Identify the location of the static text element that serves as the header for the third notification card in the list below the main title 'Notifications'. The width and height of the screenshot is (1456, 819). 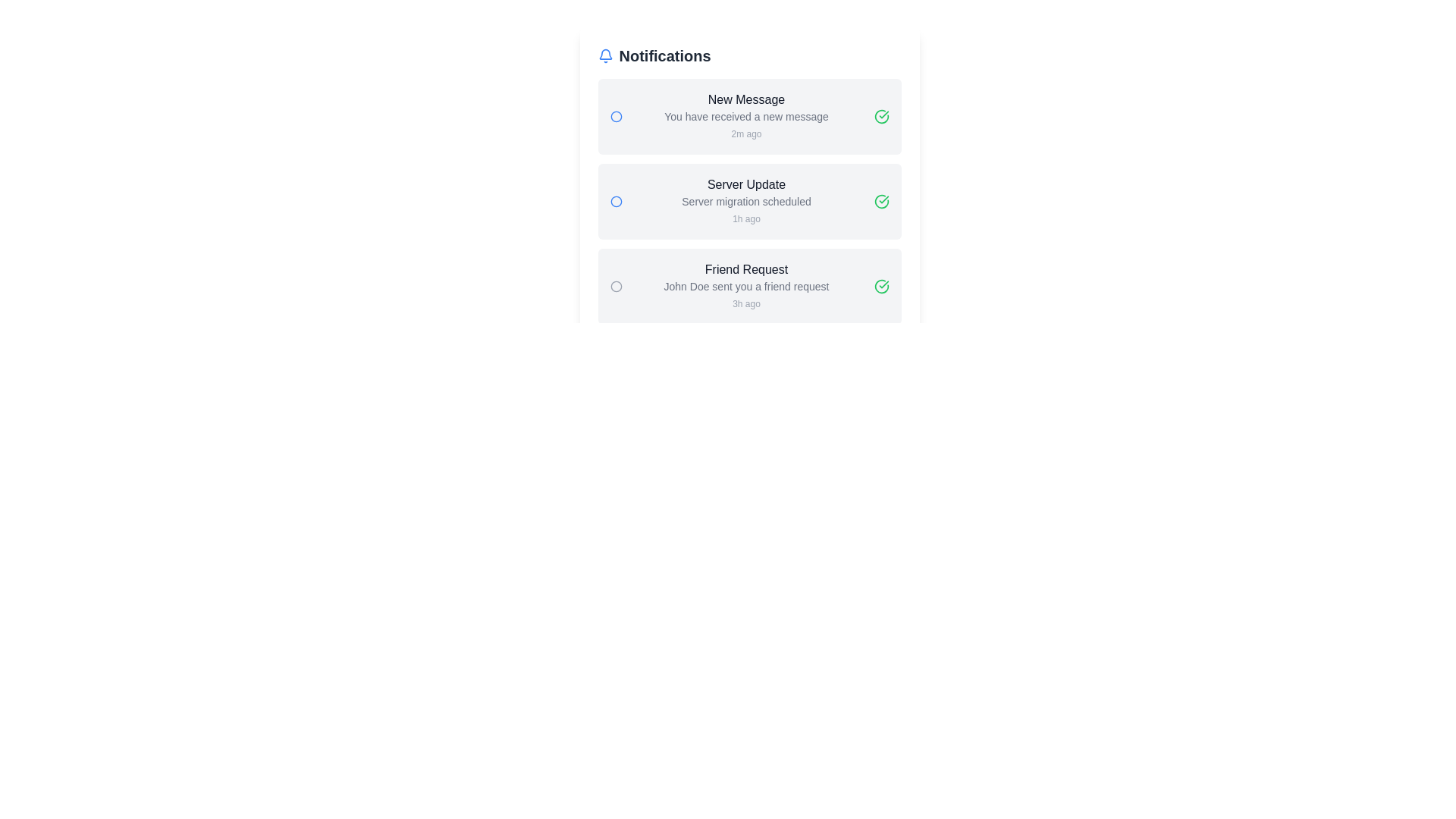
(746, 268).